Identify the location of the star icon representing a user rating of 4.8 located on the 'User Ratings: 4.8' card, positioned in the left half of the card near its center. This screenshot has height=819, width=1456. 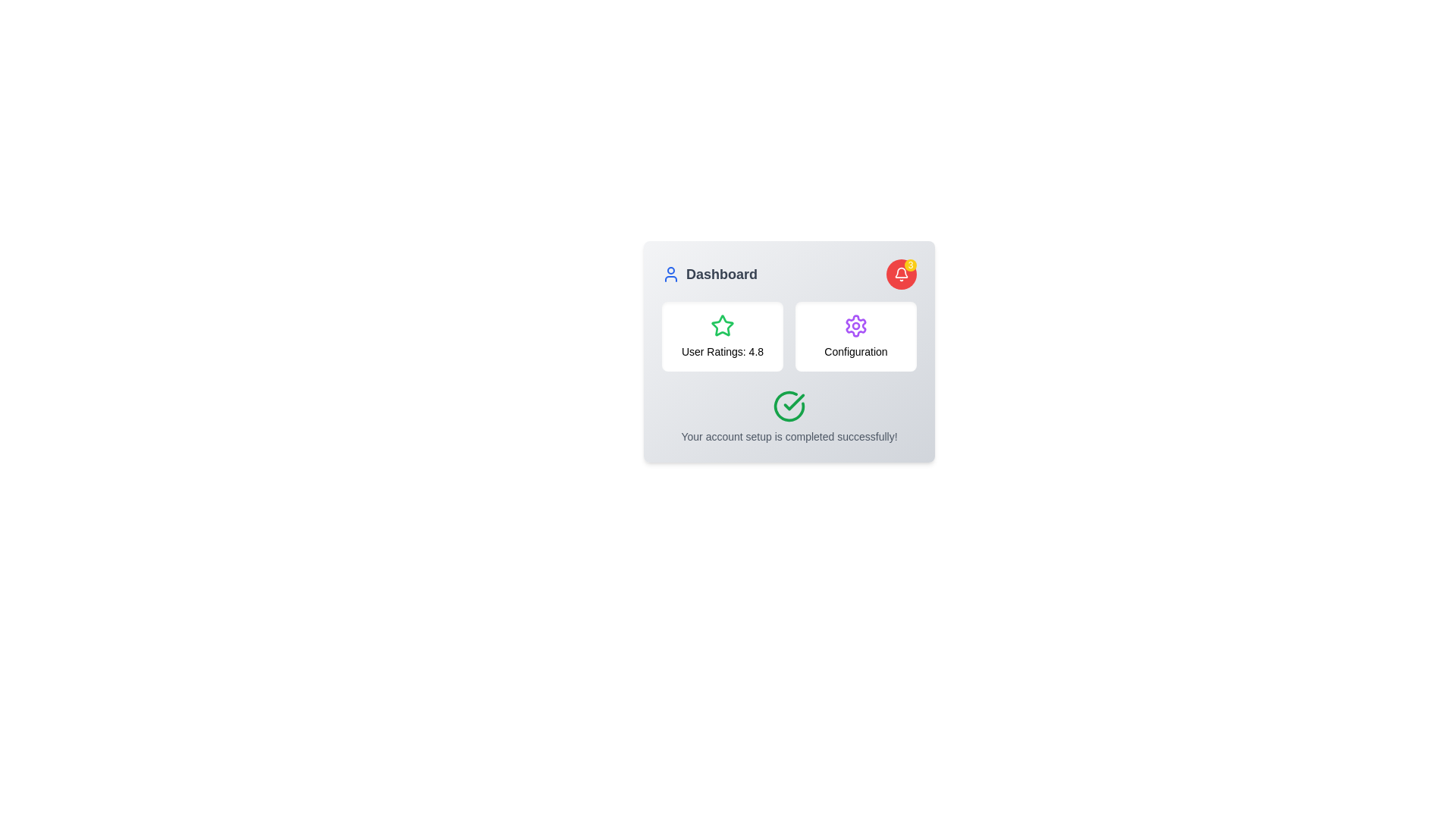
(722, 325).